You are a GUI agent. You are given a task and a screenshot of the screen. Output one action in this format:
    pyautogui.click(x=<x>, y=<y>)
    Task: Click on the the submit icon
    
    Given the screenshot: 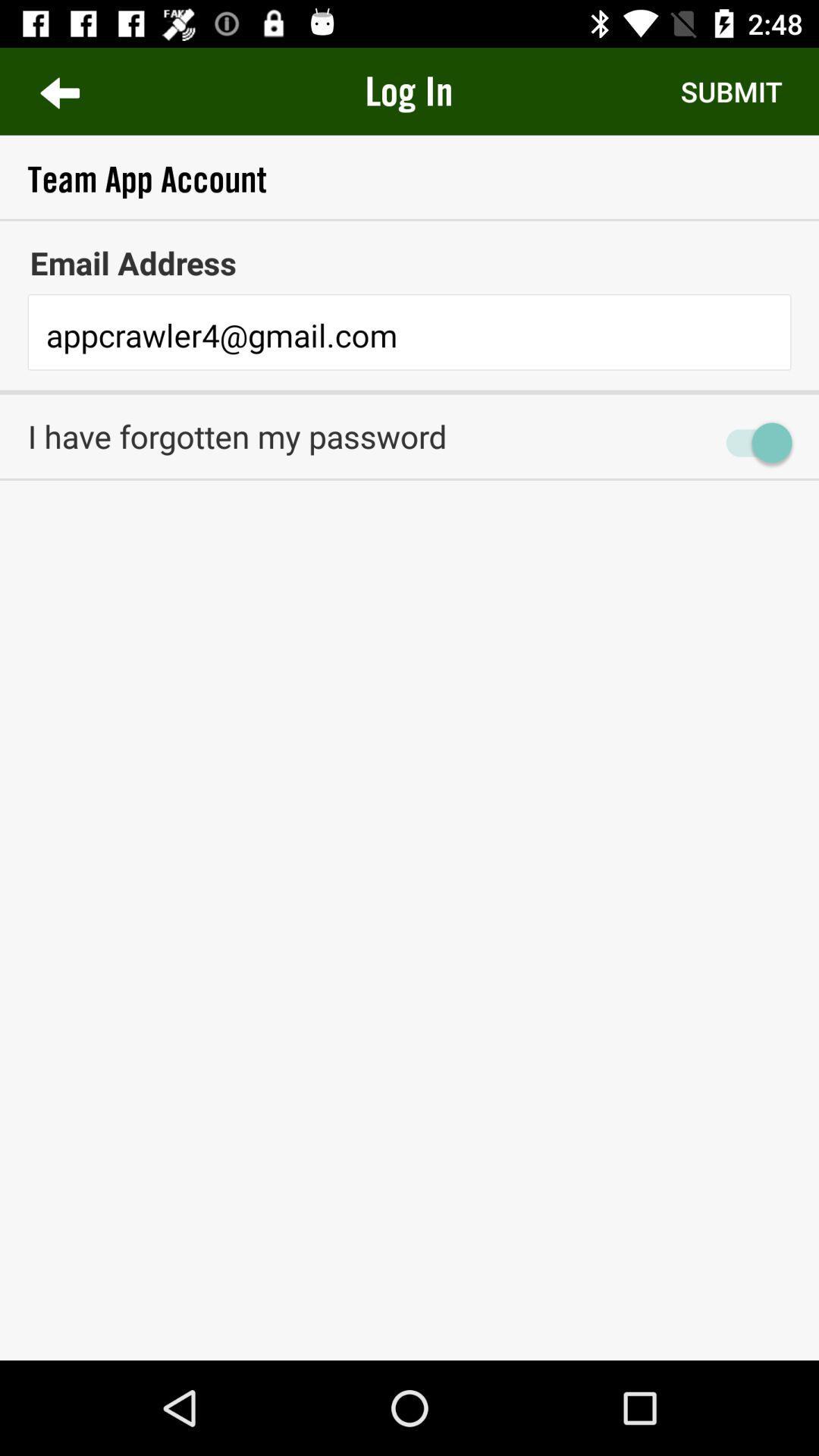 What is the action you would take?
    pyautogui.click(x=730, y=90)
    